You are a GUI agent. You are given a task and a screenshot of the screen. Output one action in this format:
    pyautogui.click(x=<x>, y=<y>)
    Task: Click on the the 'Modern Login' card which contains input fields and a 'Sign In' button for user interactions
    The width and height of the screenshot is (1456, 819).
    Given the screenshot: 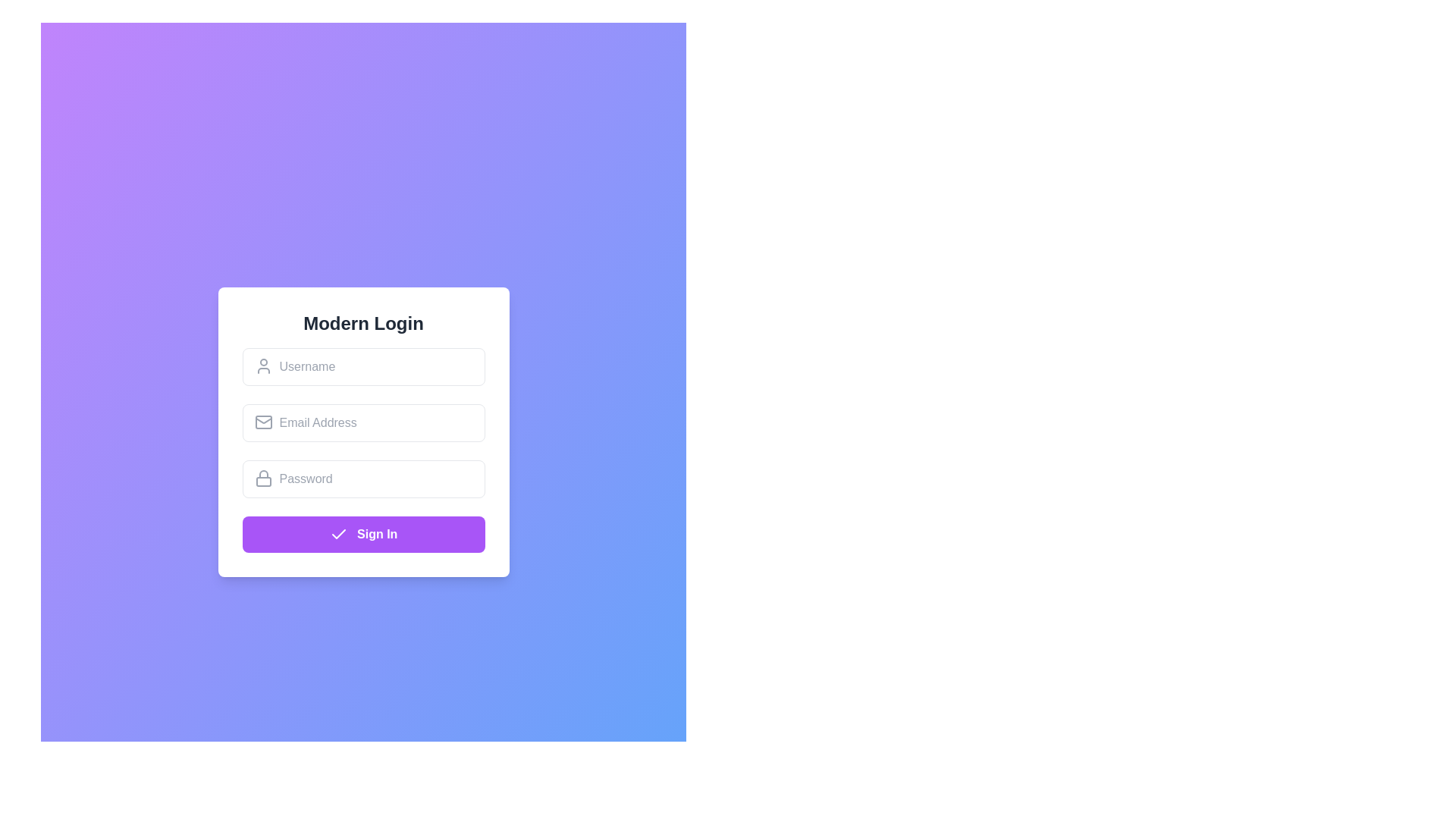 What is the action you would take?
    pyautogui.click(x=362, y=432)
    